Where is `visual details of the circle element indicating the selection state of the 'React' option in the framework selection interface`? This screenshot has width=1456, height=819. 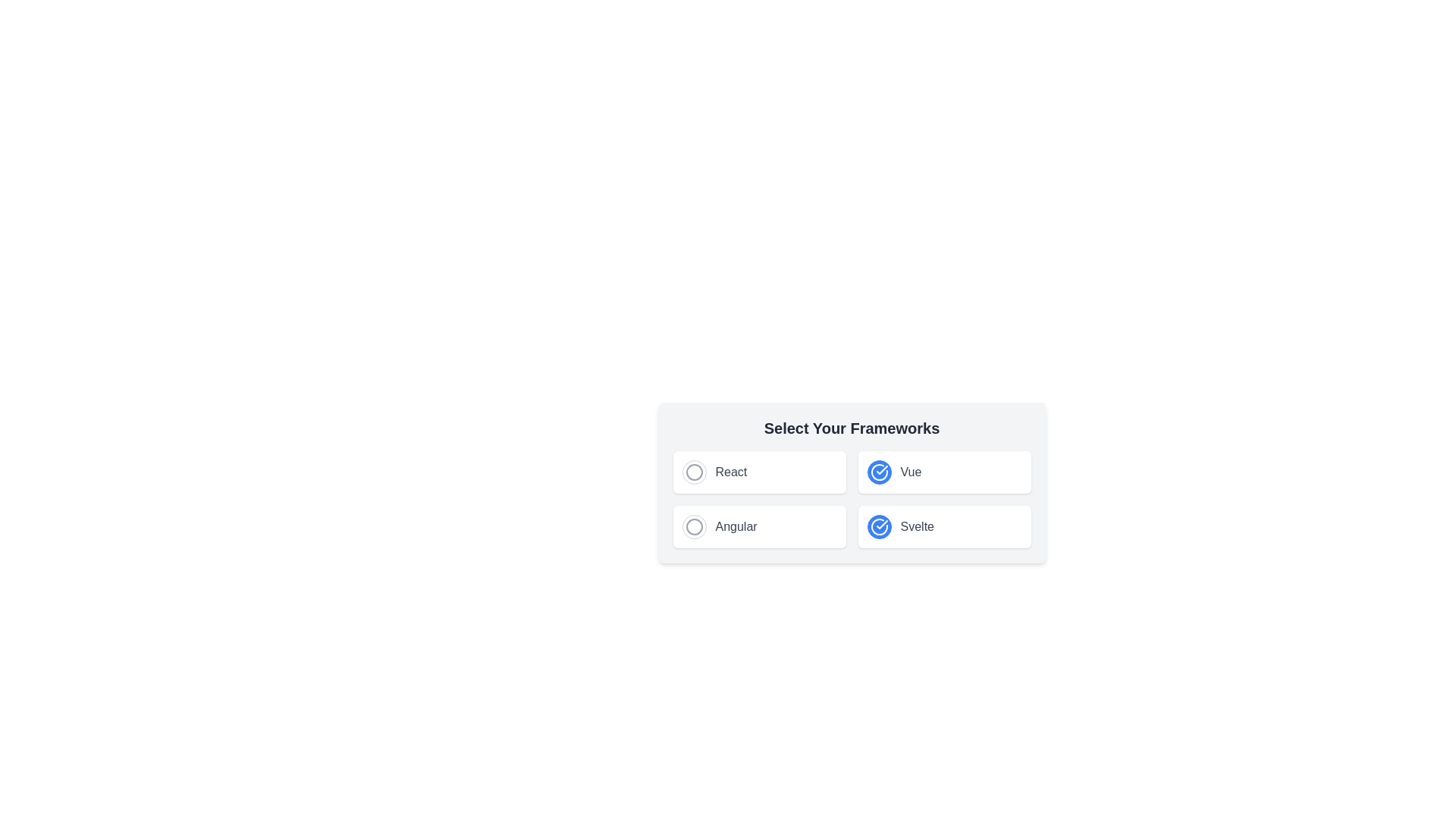 visual details of the circle element indicating the selection state of the 'React' option in the framework selection interface is located at coordinates (693, 472).